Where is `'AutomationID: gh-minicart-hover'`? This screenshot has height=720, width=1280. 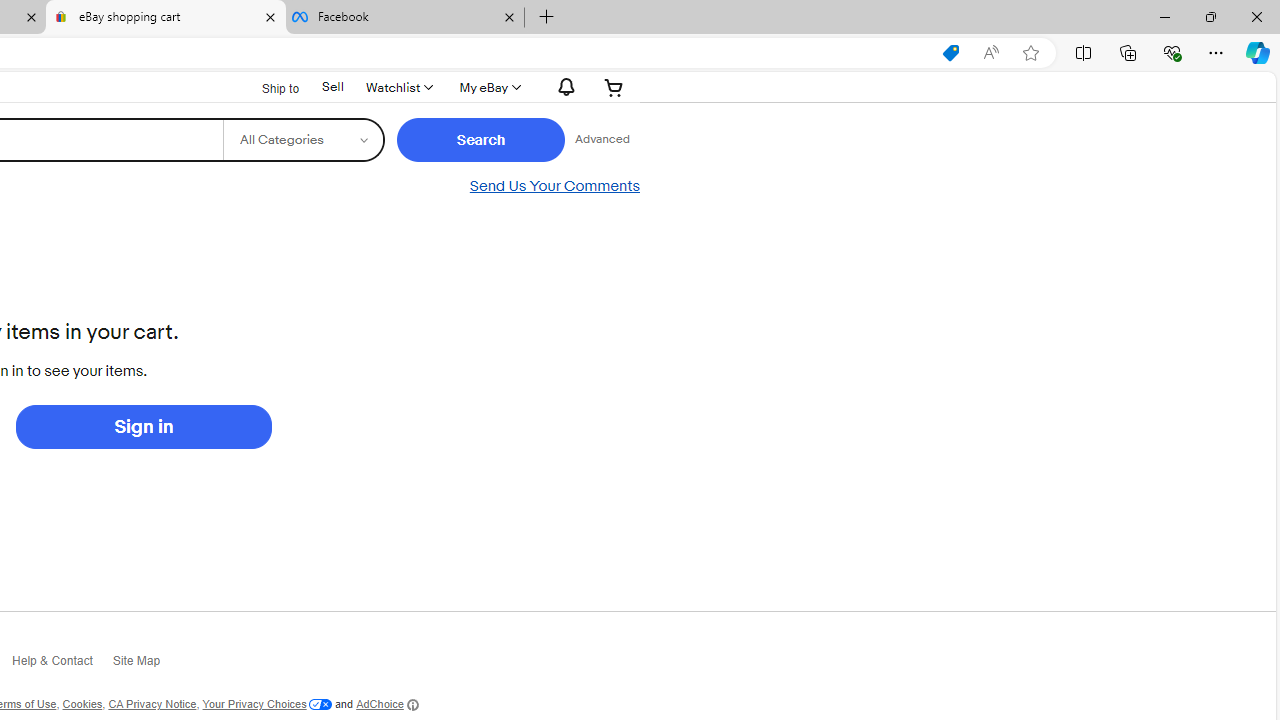
'AutomationID: gh-minicart-hover' is located at coordinates (613, 86).